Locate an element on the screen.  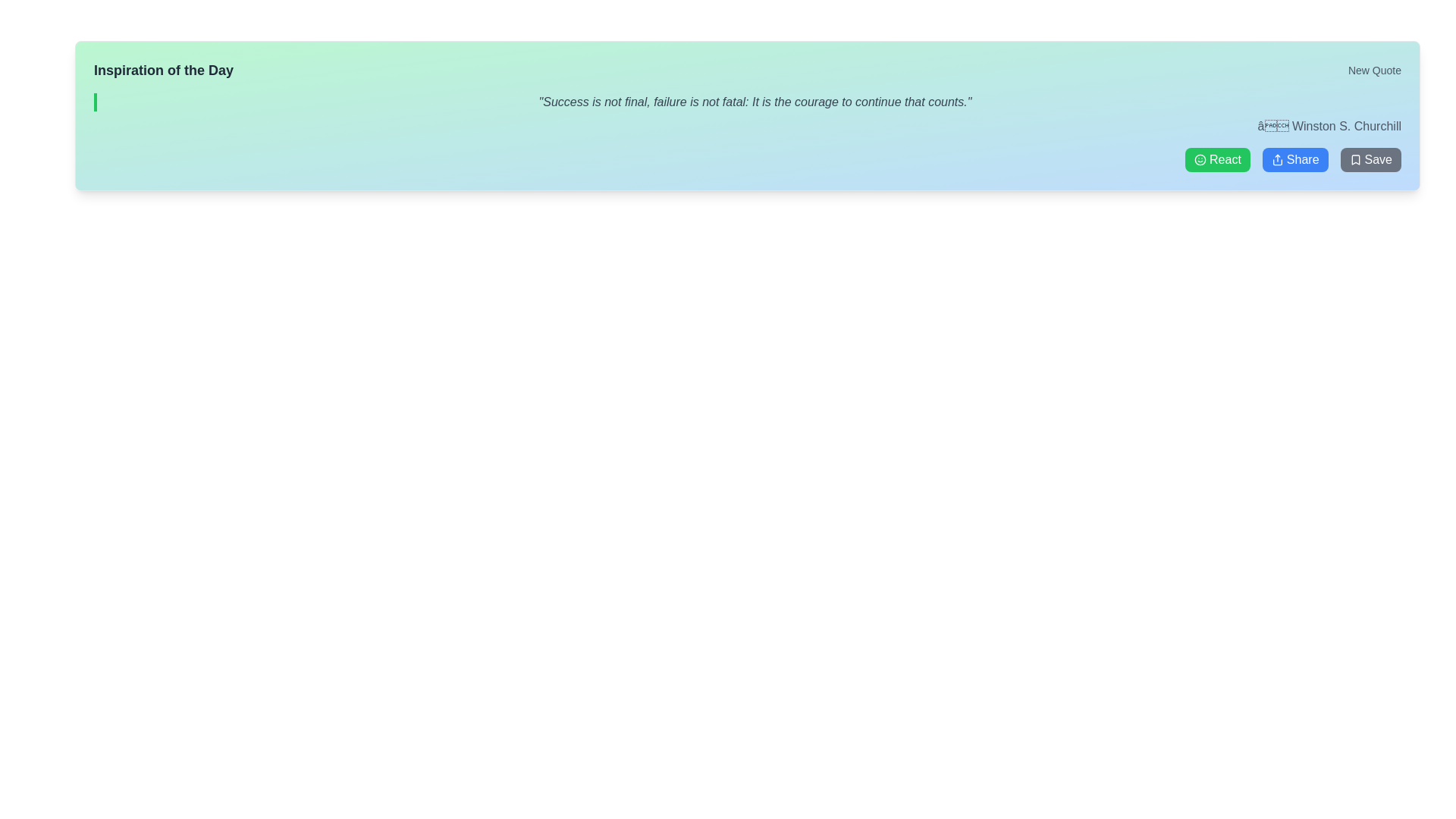
the interactive text or link at the far right of the header section to request or view a new quote, which is positioned next to 'Inspiration of the Day' is located at coordinates (1375, 70).